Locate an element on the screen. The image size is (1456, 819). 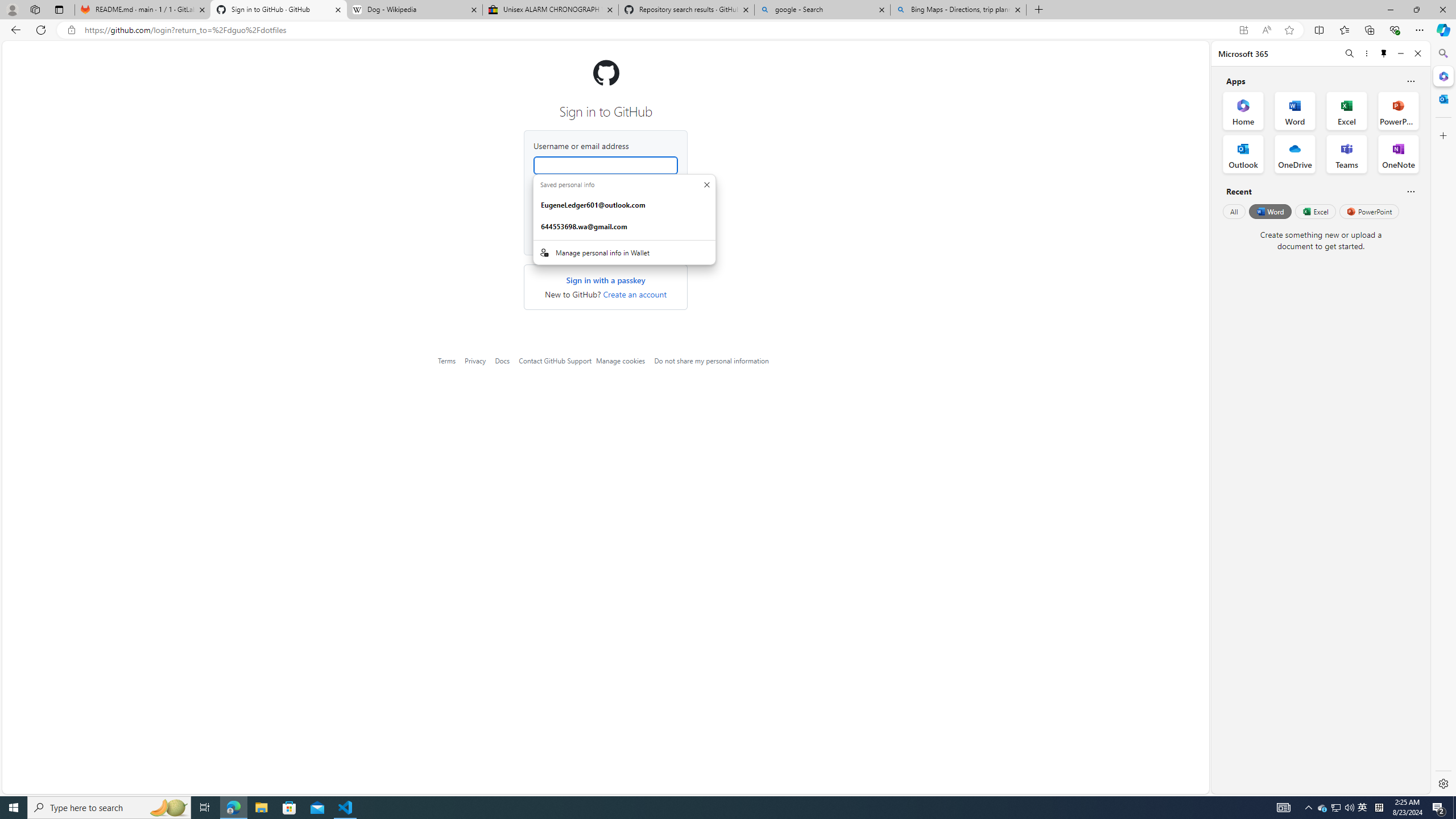
'PowerPoint' is located at coordinates (1368, 211).